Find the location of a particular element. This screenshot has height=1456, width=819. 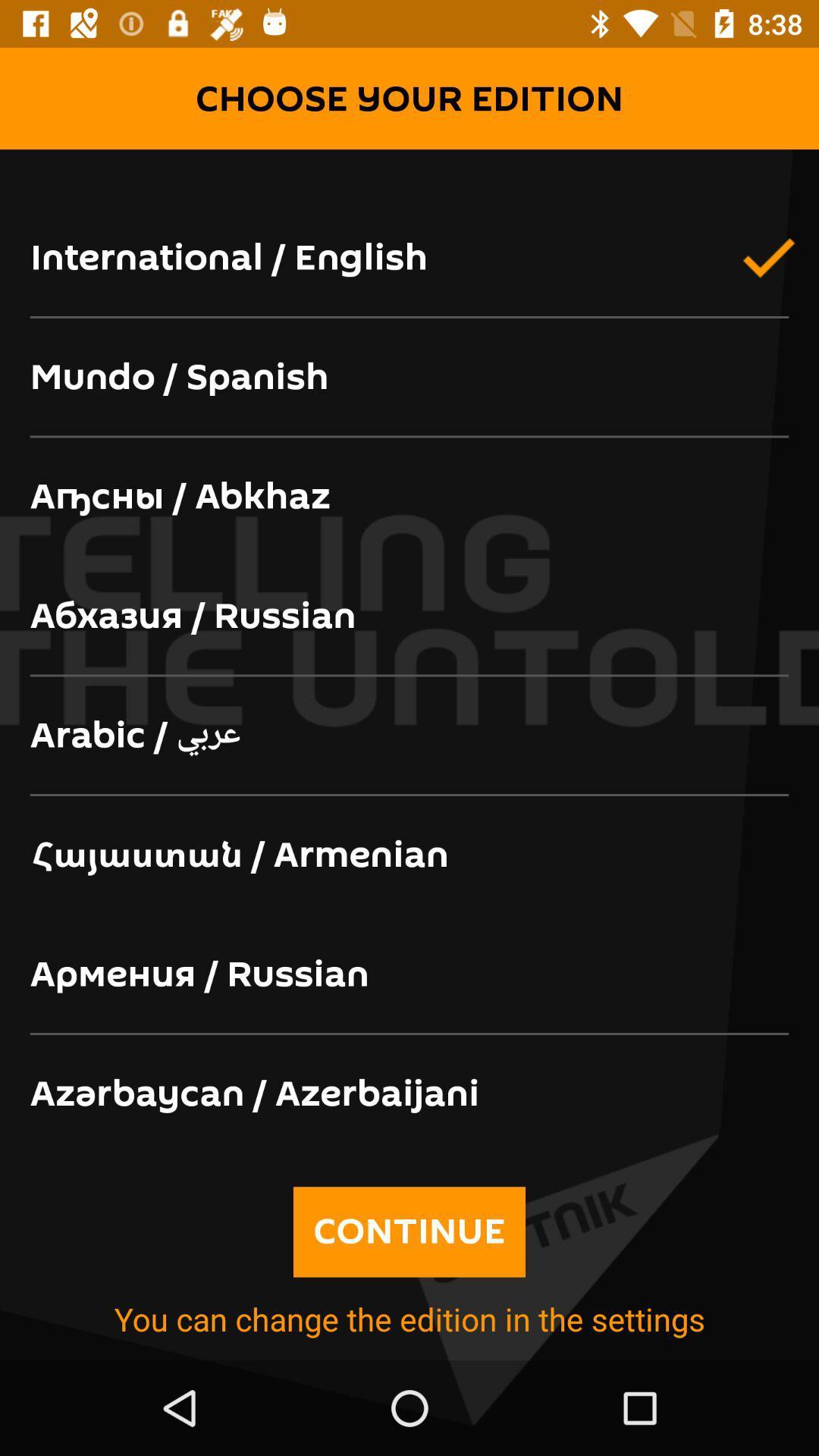

mundo / spanish app is located at coordinates (409, 378).